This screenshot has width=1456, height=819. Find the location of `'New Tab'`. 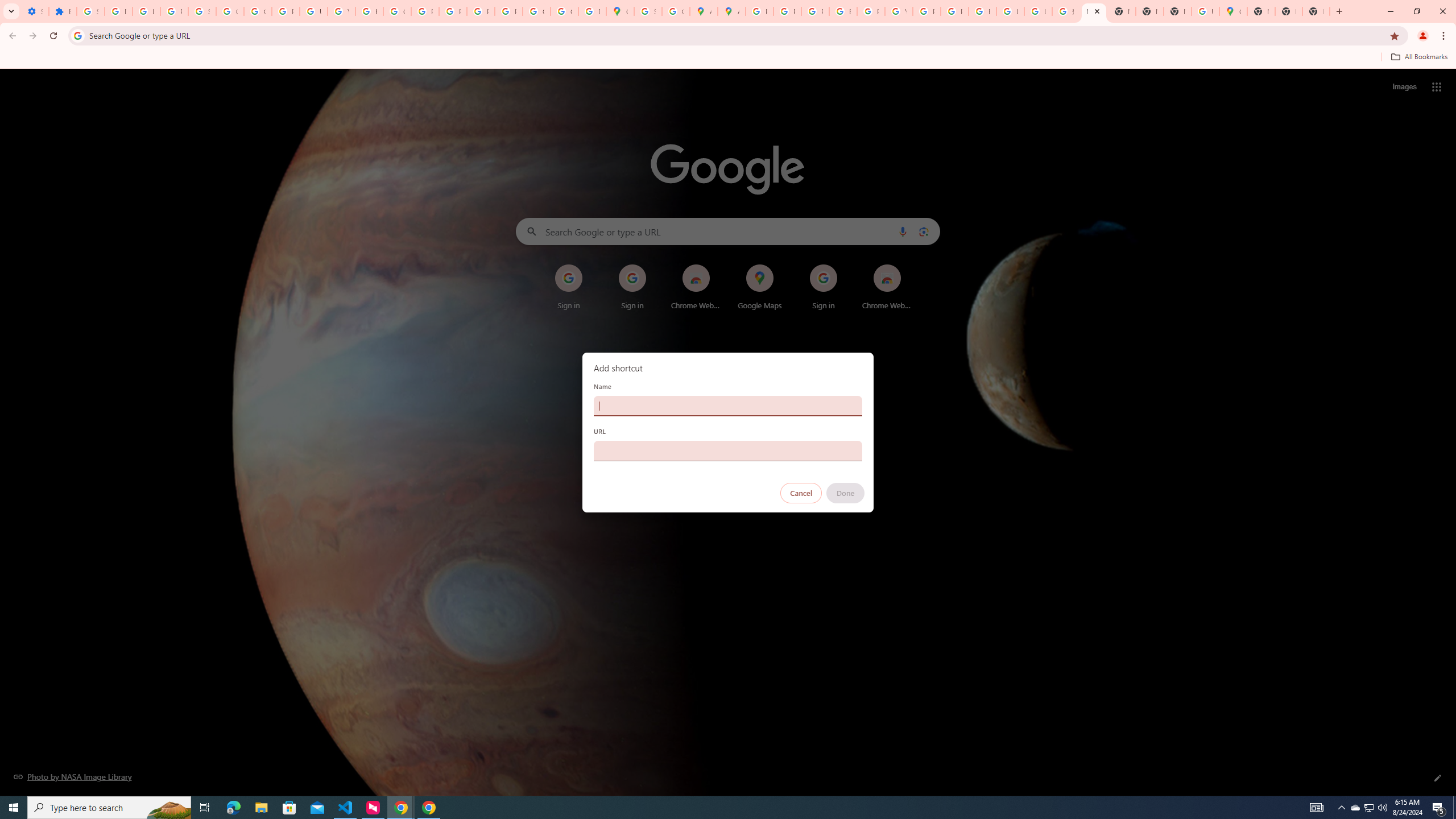

'New Tab' is located at coordinates (1316, 11).